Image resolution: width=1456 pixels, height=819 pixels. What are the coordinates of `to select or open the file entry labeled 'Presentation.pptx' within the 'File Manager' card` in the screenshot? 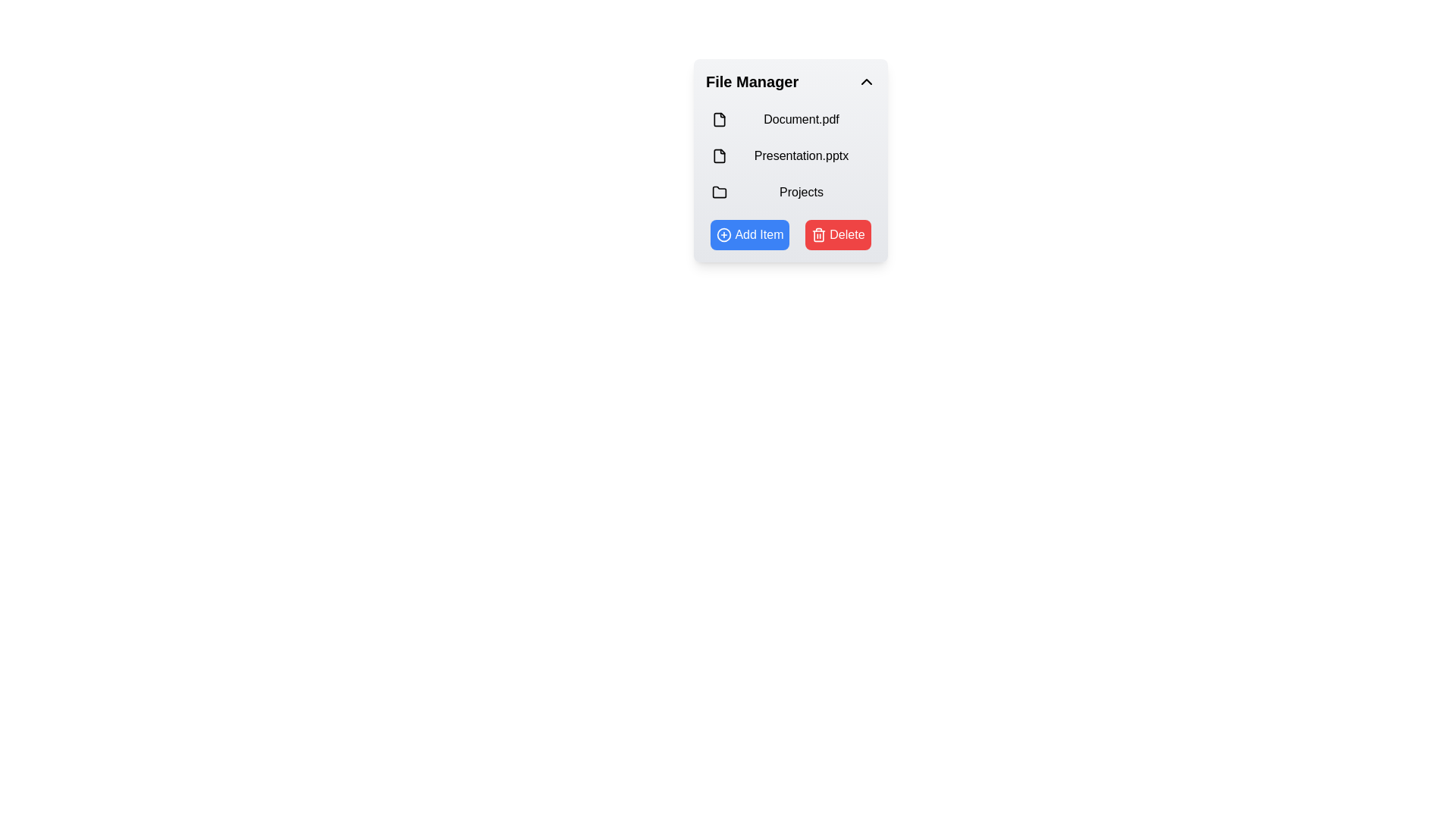 It's located at (789, 161).